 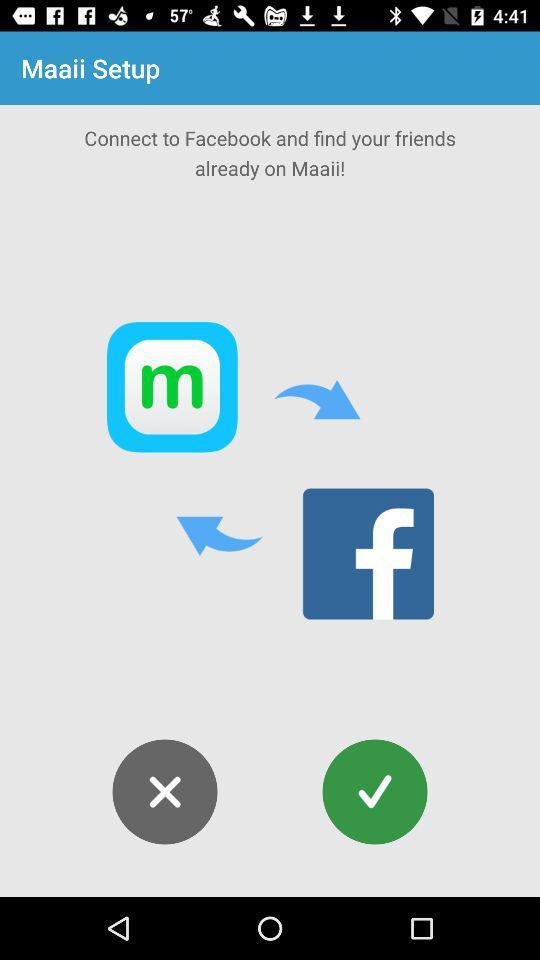 What do you see at coordinates (164, 792) in the screenshot?
I see `choose no` at bounding box center [164, 792].